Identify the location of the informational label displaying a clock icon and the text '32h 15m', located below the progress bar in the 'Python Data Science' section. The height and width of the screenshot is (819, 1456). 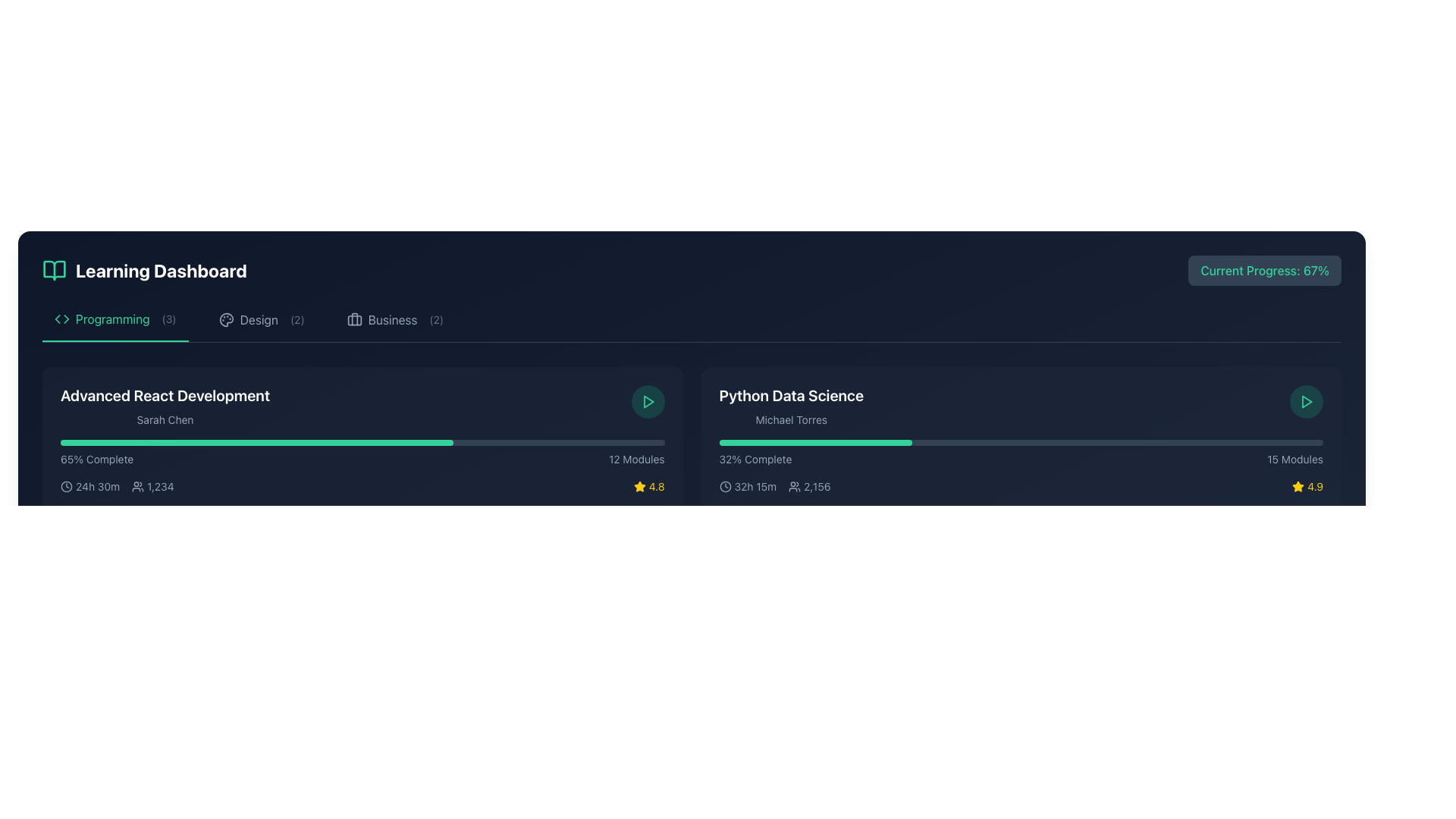
(748, 486).